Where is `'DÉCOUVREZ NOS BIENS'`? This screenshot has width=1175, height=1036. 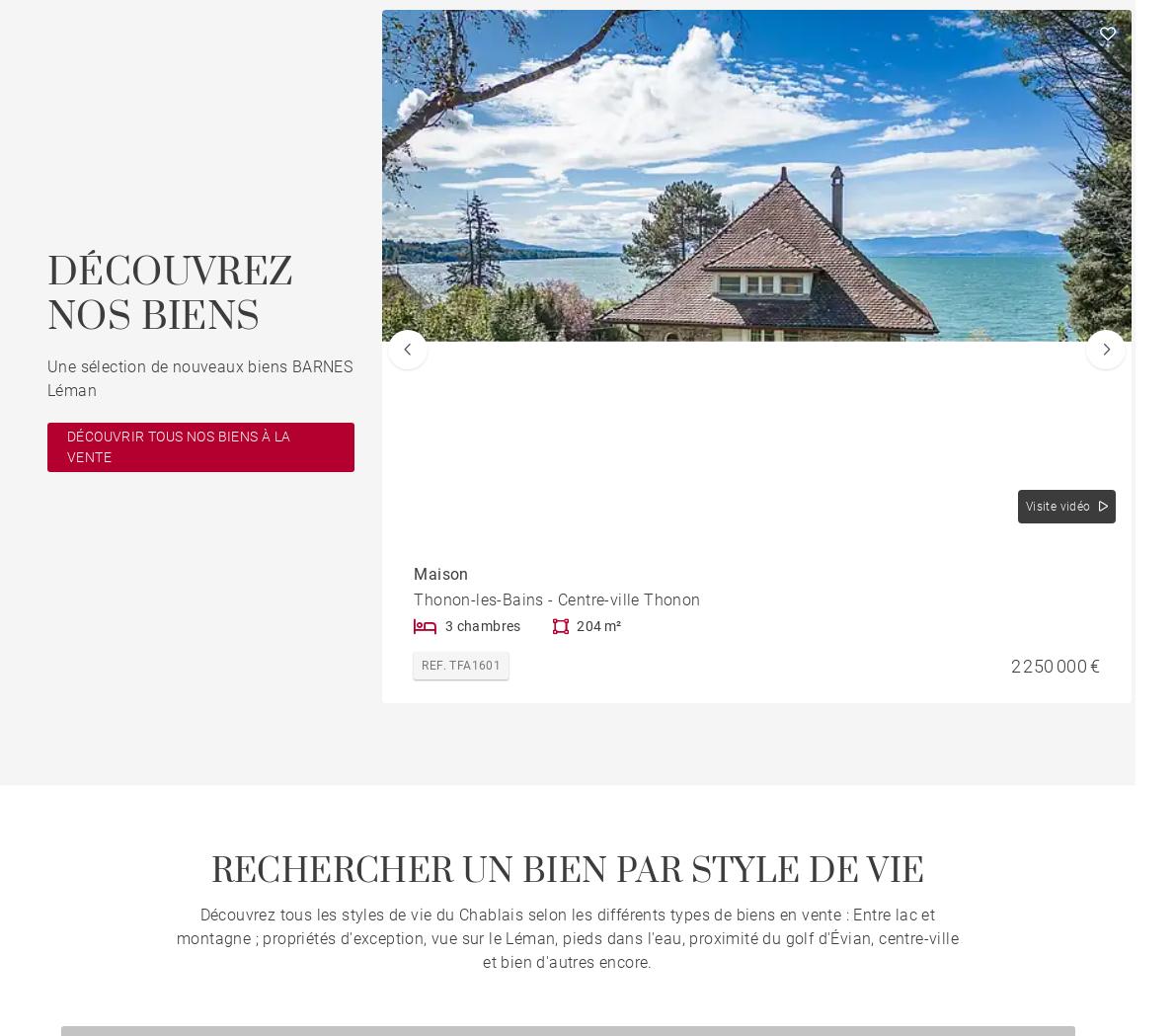 'DÉCOUVREZ NOS BIENS' is located at coordinates (169, 294).